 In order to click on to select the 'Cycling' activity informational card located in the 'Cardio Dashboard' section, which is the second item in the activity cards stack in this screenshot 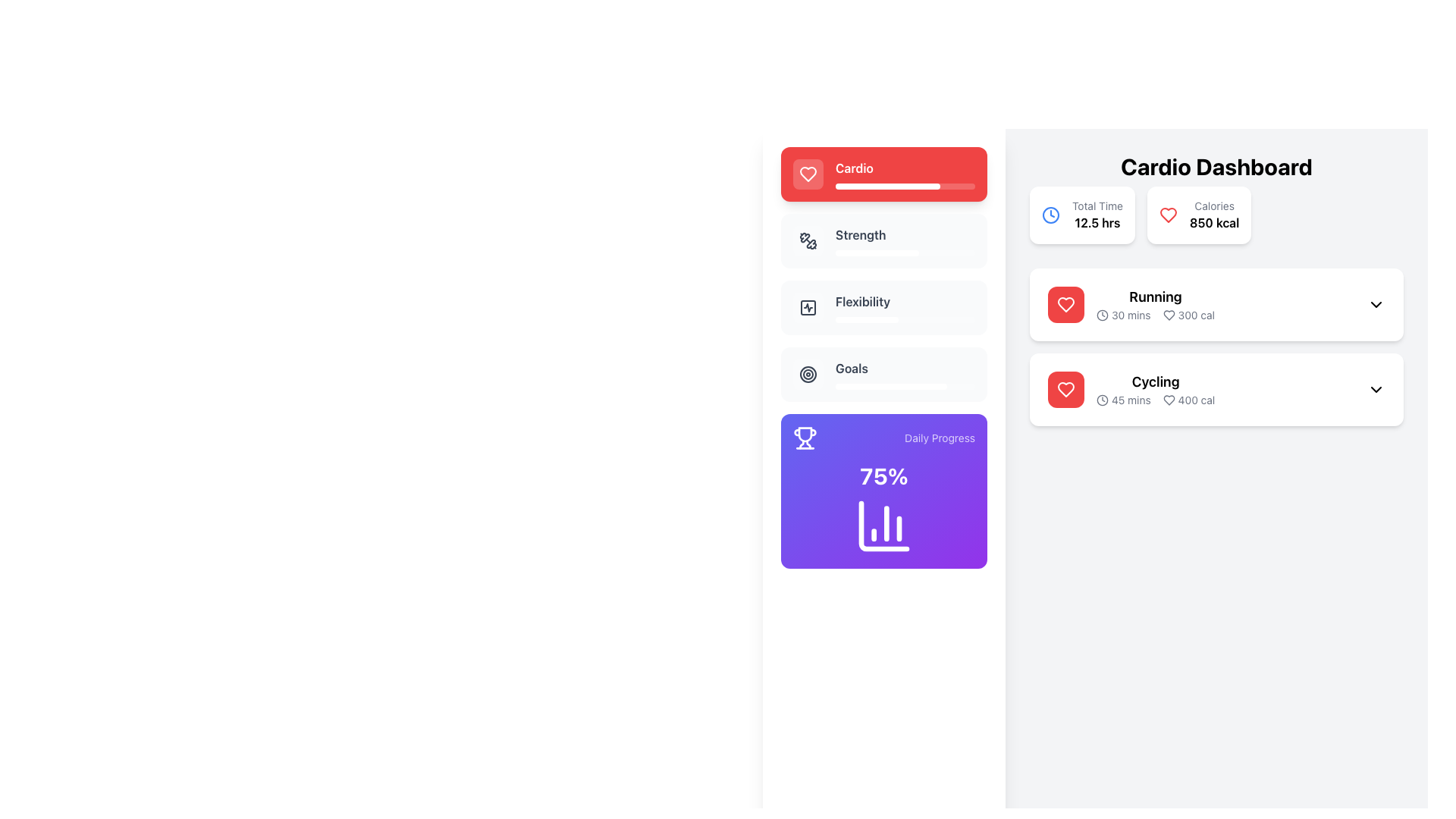, I will do `click(1131, 388)`.